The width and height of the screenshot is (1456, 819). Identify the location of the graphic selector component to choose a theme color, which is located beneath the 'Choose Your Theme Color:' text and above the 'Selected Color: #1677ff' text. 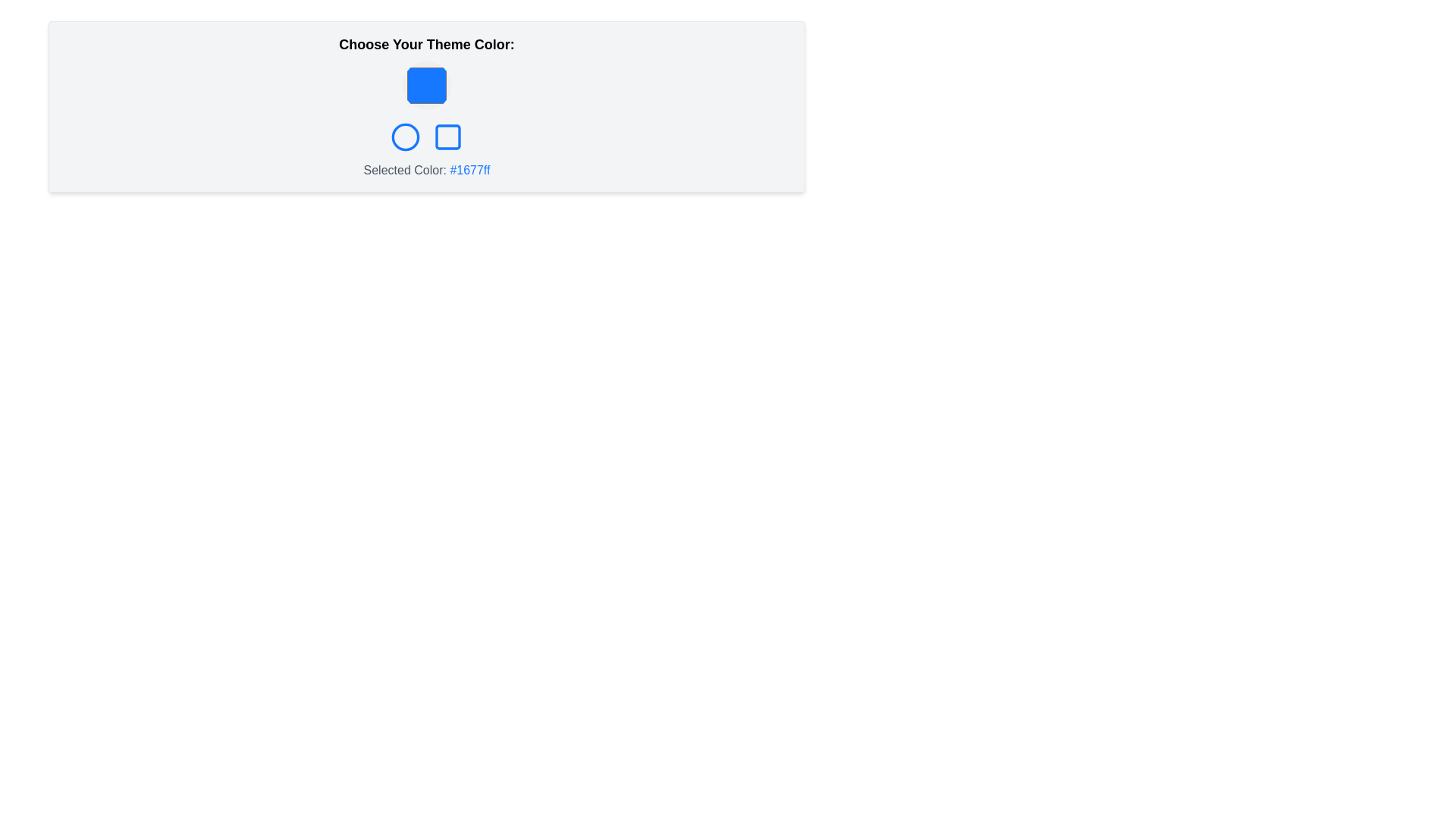
(425, 137).